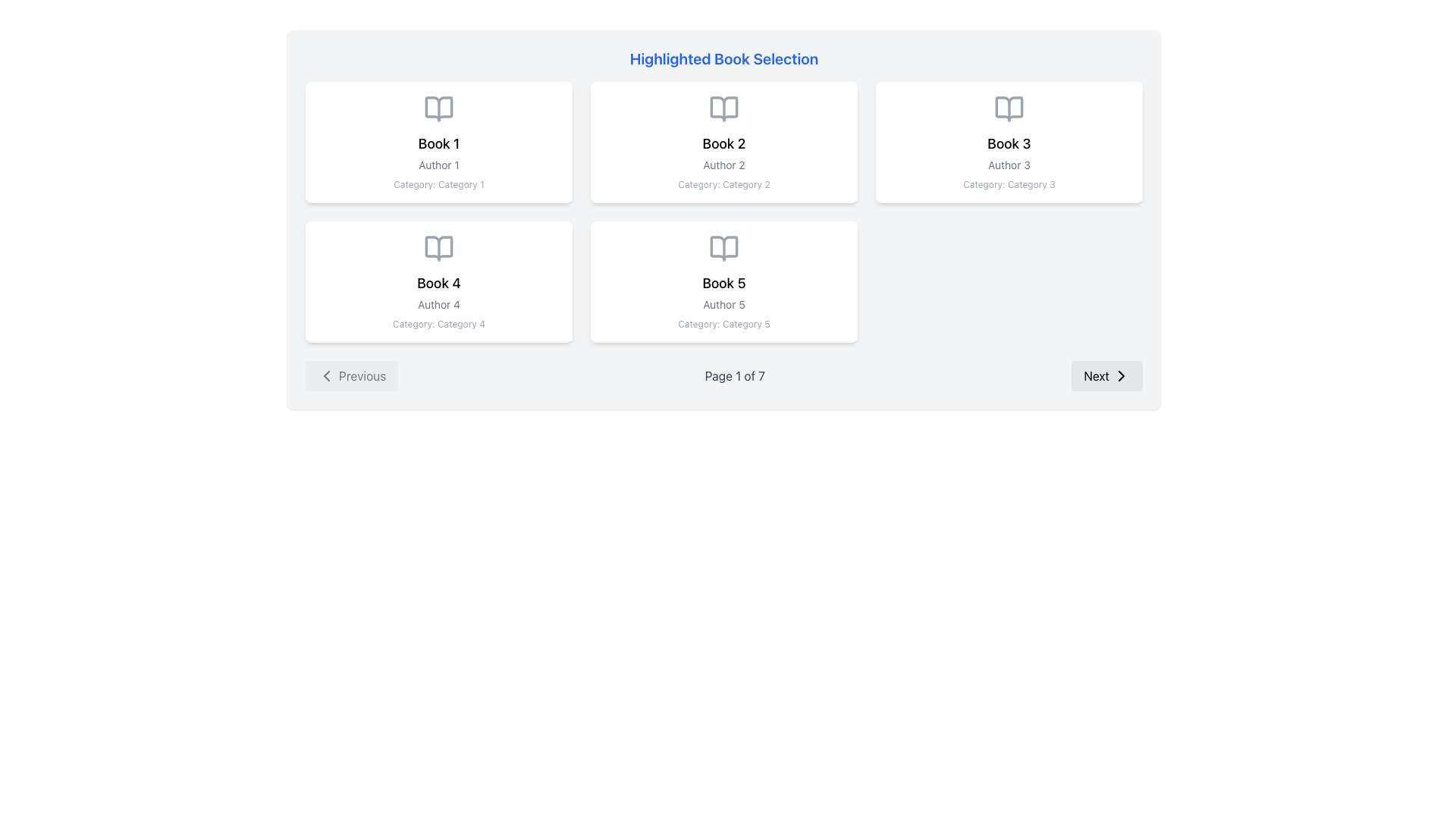 The height and width of the screenshot is (819, 1456). What do you see at coordinates (735, 375) in the screenshot?
I see `the pagination status label located at the center of the horizontal navigation bar at the bottom of the interface, which displays the current page and total number of pages` at bounding box center [735, 375].